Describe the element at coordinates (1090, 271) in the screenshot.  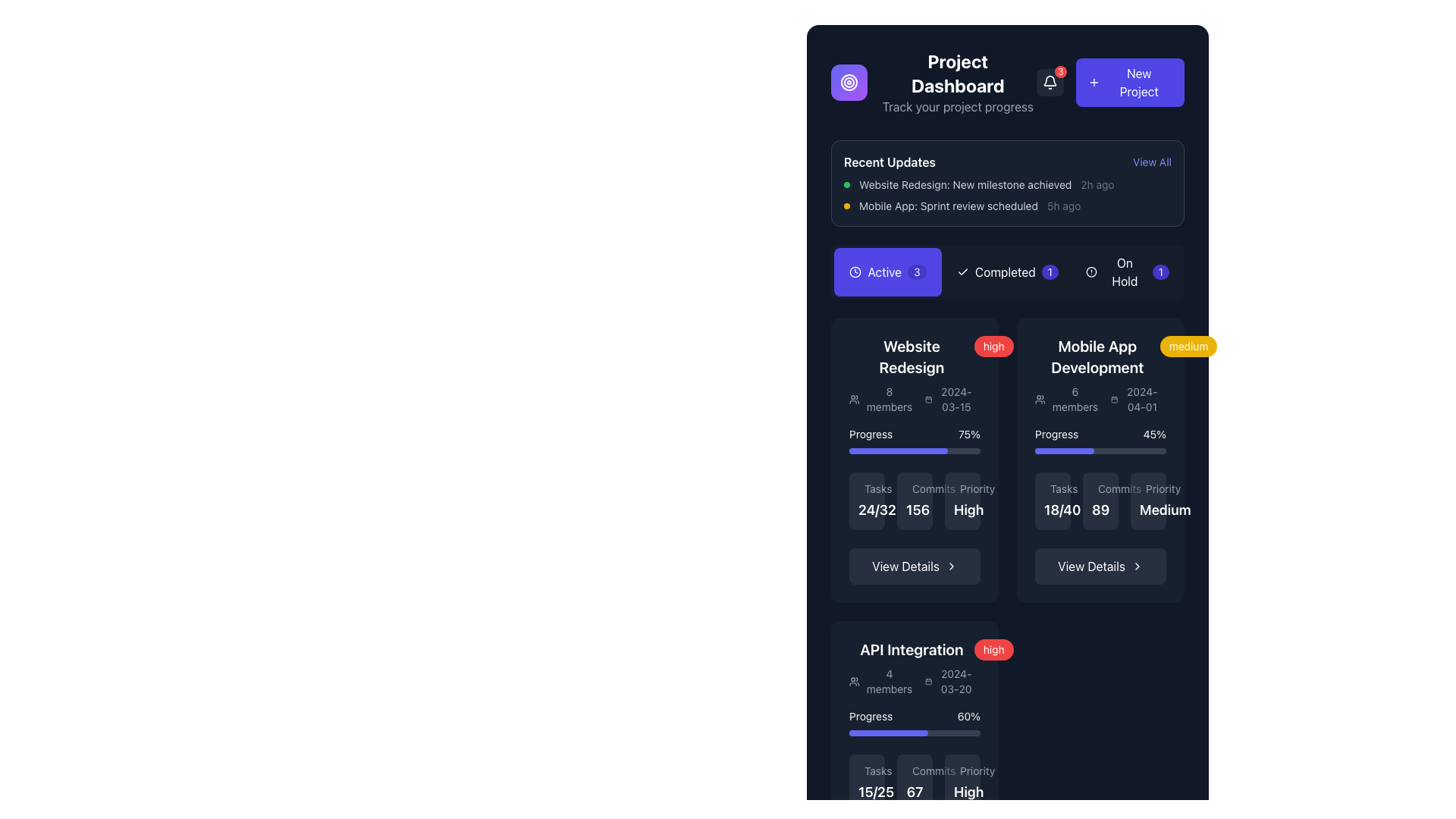
I see `the circular icon with a ring and a small filled circle inside, located to the left of the 'On Hold' text` at that location.